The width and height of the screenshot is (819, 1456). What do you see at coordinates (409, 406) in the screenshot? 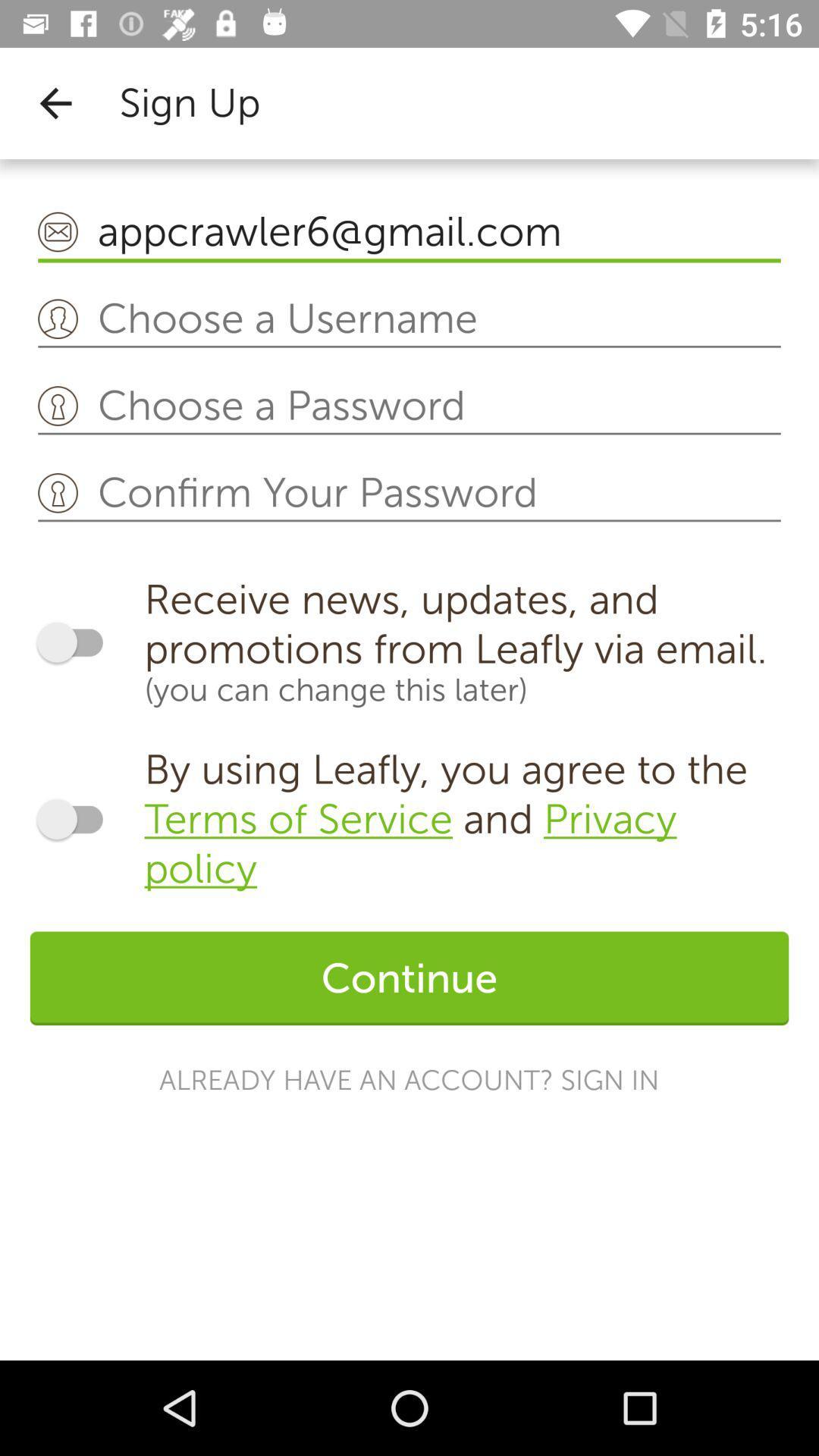
I see `pick password` at bounding box center [409, 406].